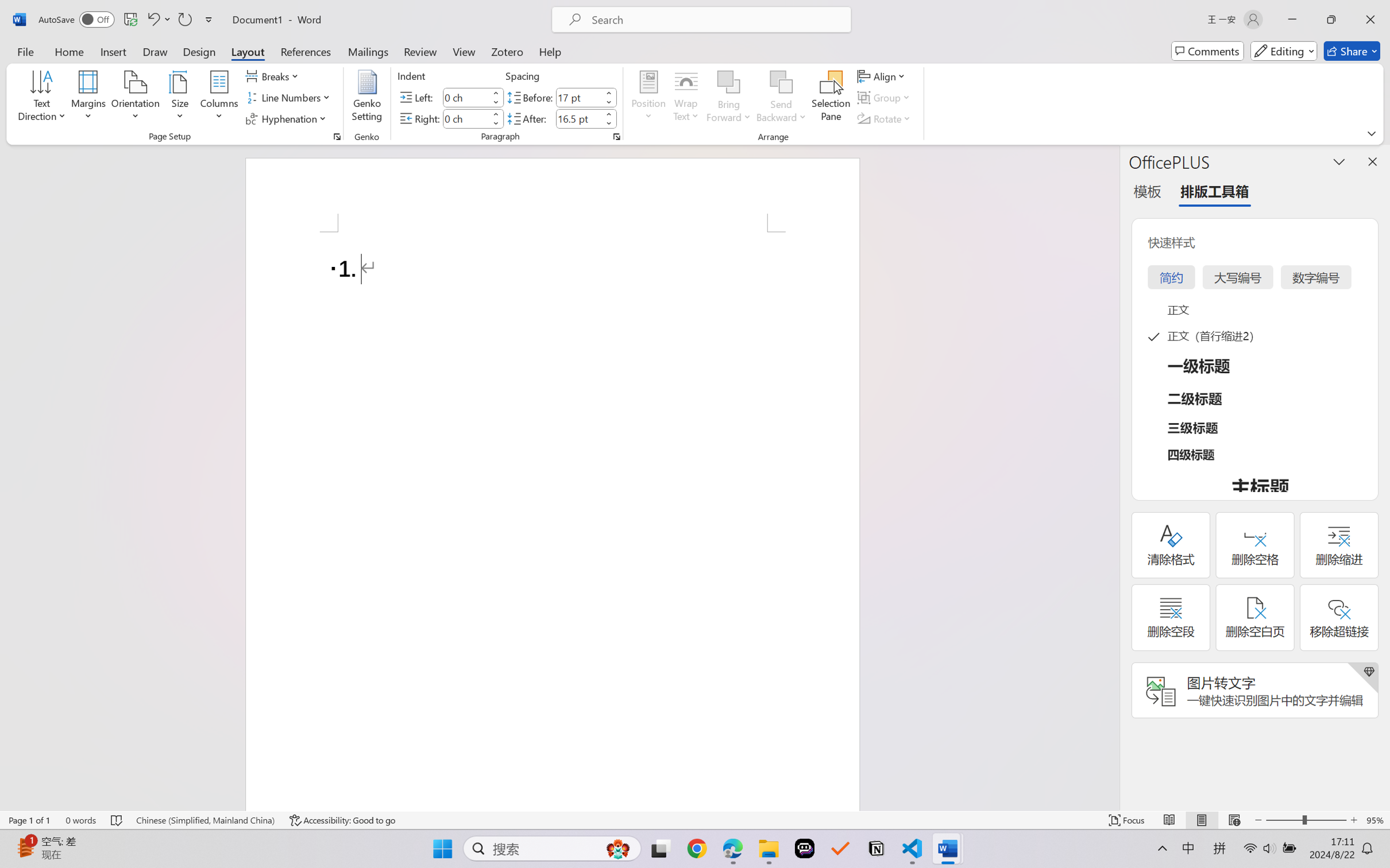  I want to click on 'Bring Forward', so click(729, 82).